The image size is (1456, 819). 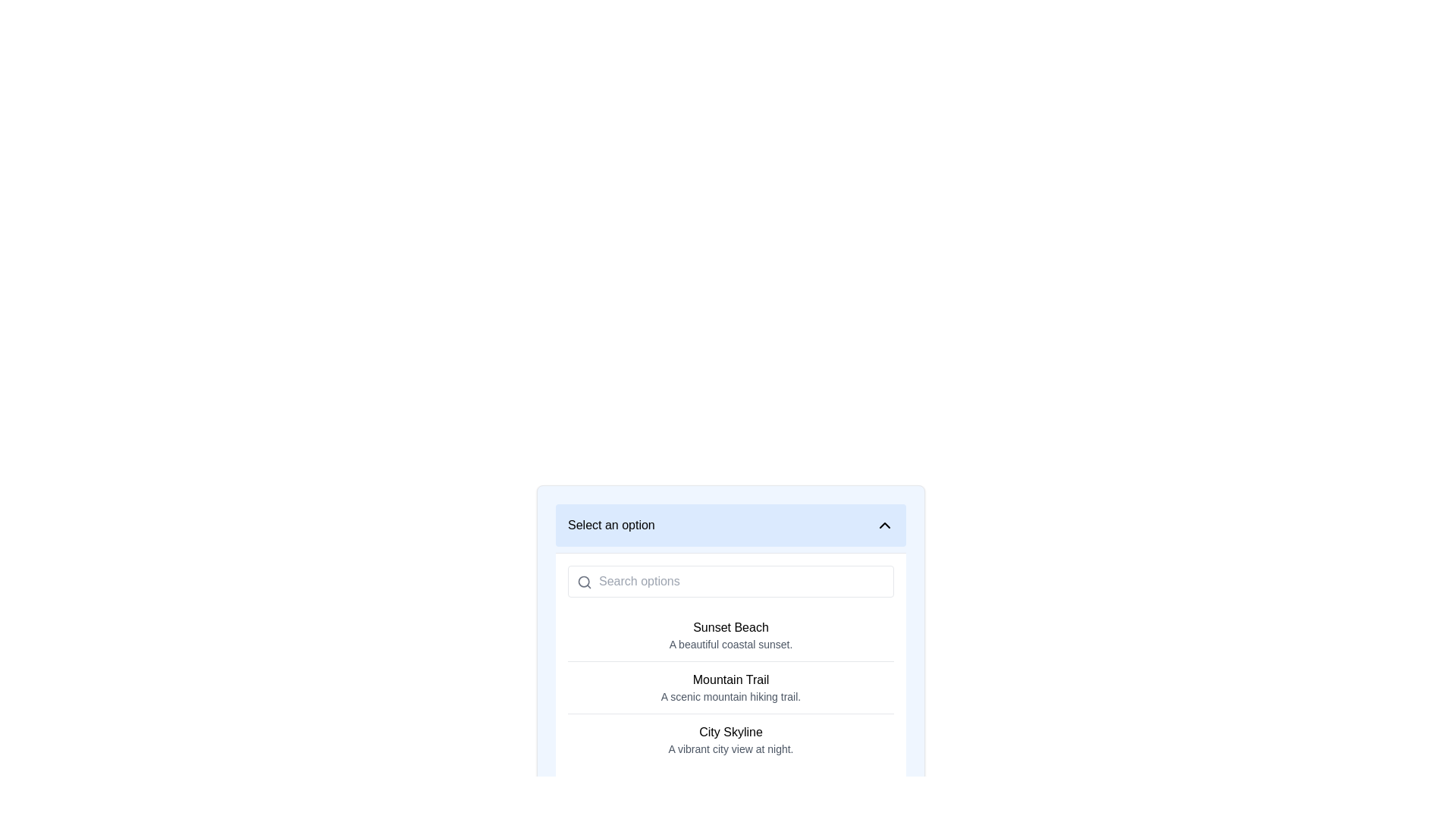 I want to click on the list item titled 'Sunset Beach' for keyboard navigation, so click(x=731, y=635).